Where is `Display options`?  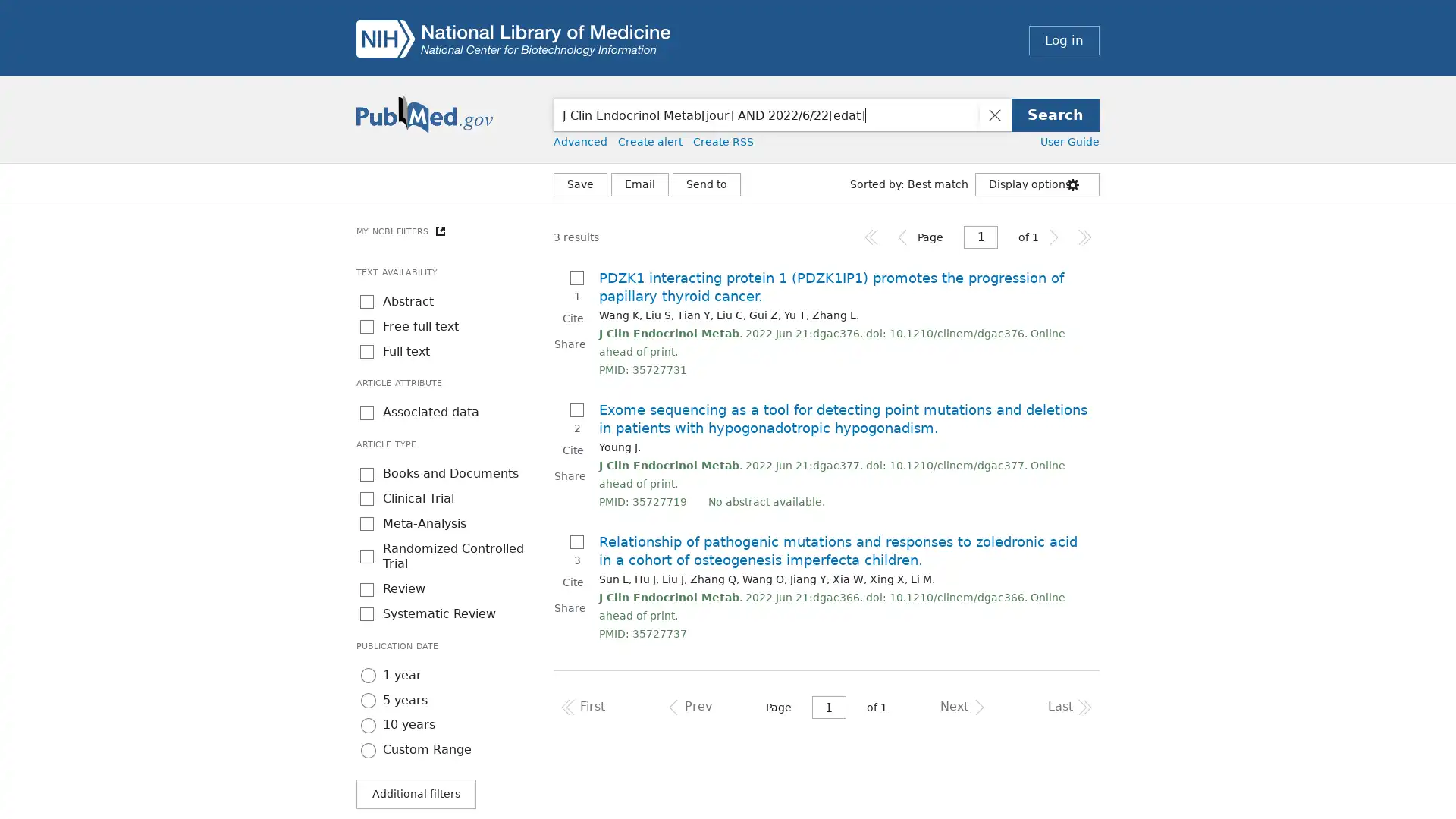 Display options is located at coordinates (1037, 184).